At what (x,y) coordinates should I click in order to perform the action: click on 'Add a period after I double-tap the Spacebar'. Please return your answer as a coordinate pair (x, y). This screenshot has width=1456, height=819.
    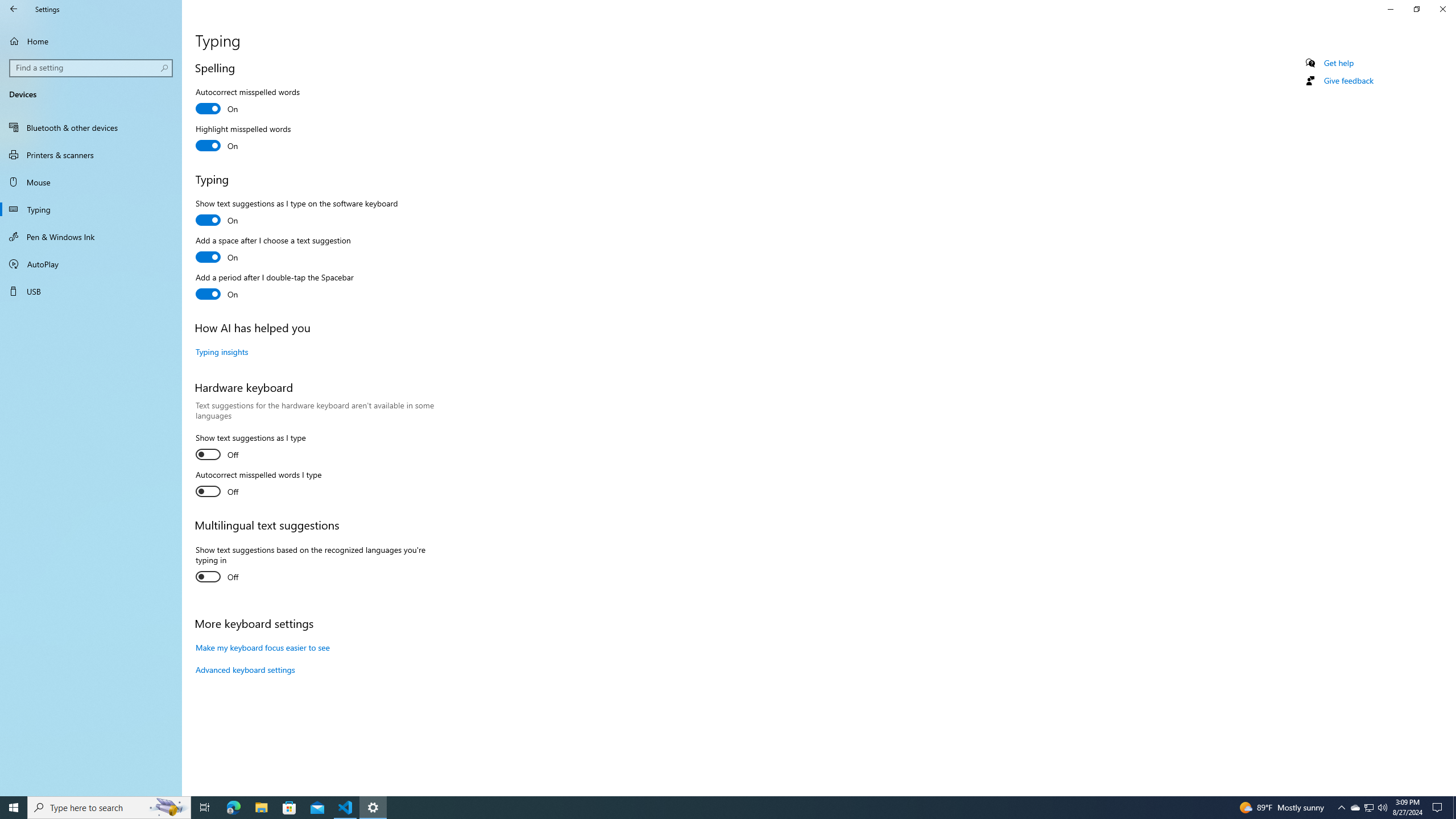
    Looking at the image, I should click on (274, 287).